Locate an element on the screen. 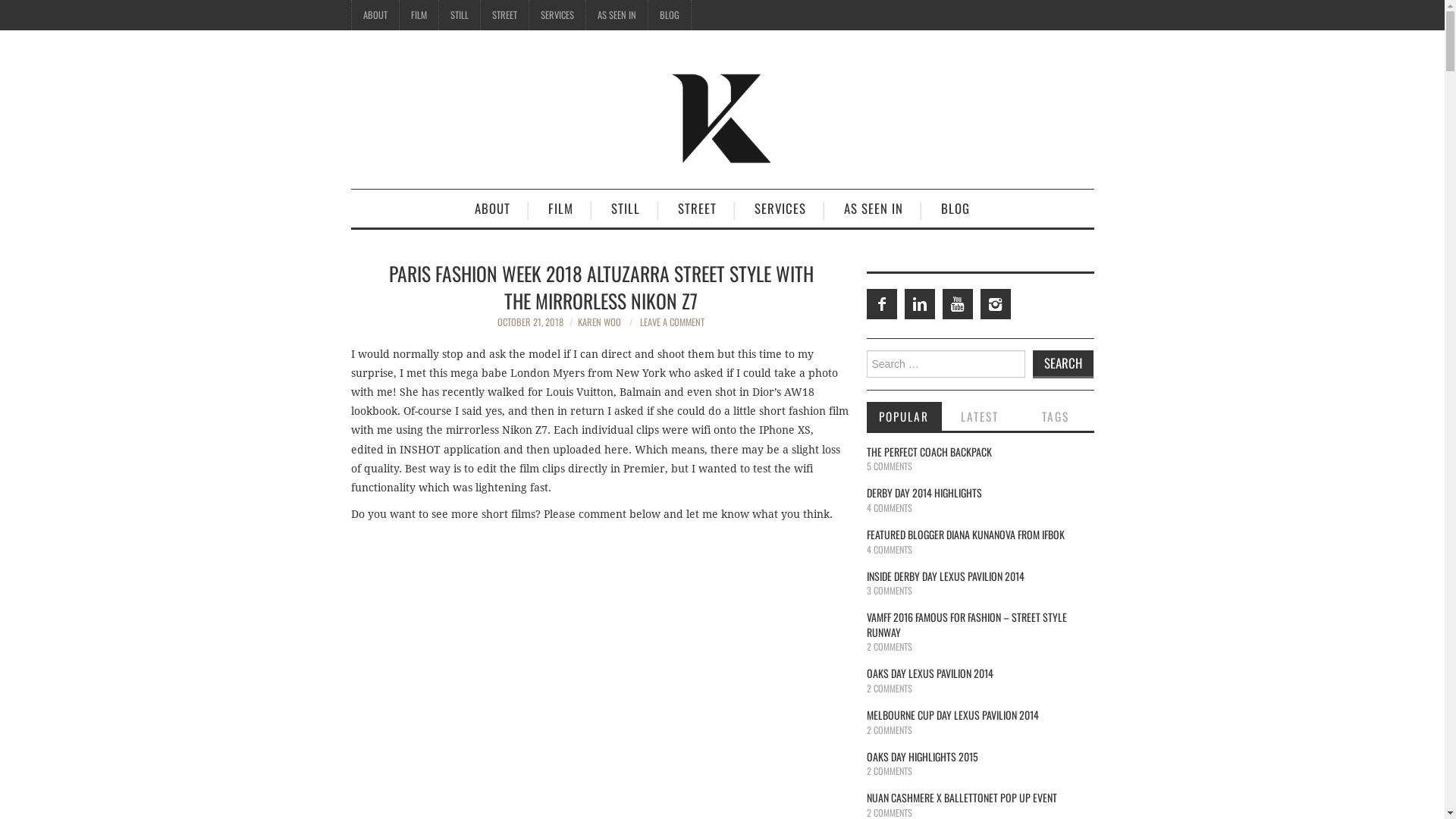 This screenshot has width=1456, height=819. 'BLOG' is located at coordinates (954, 208).